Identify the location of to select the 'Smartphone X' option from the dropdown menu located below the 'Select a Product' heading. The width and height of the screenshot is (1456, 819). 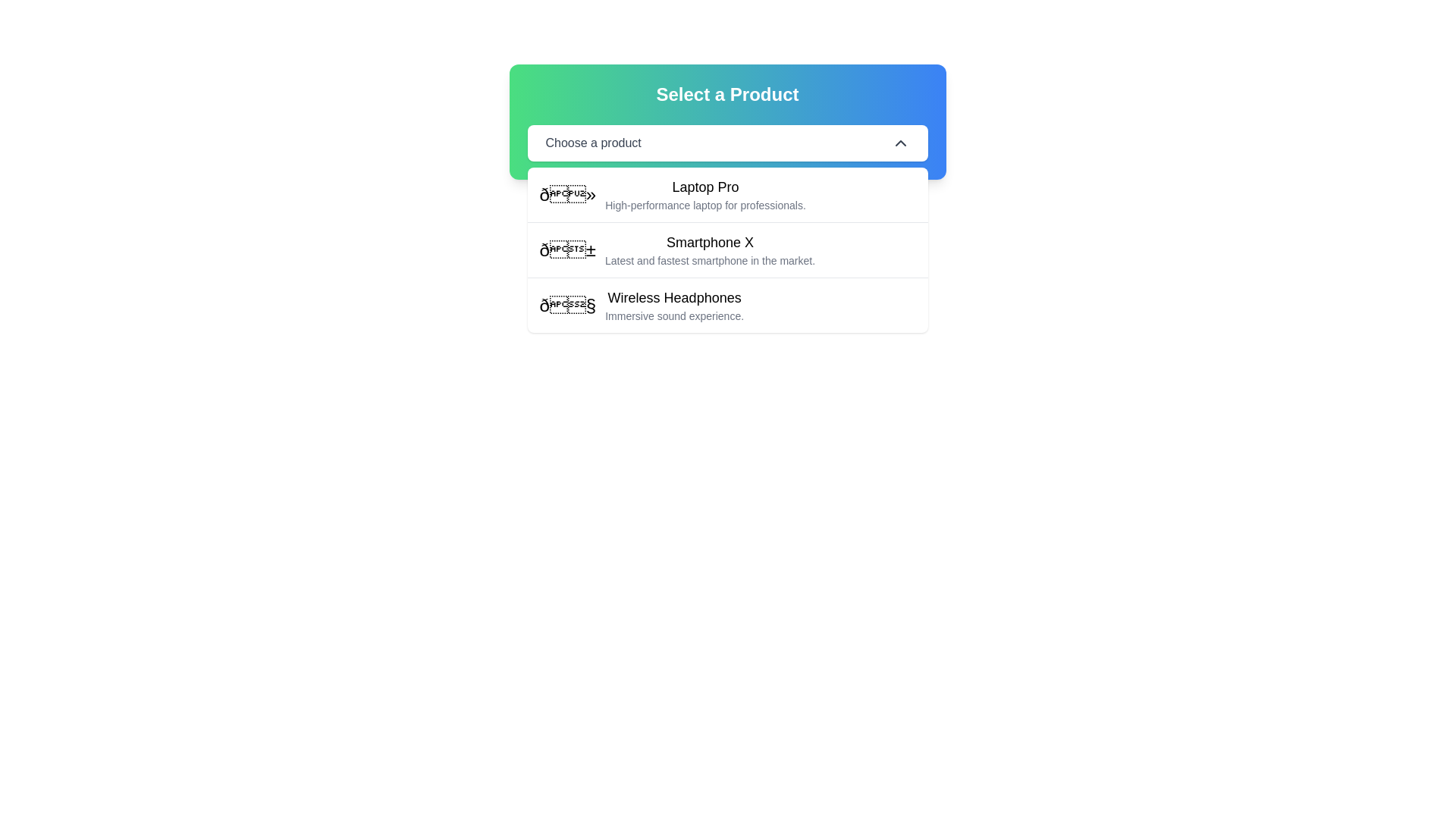
(726, 249).